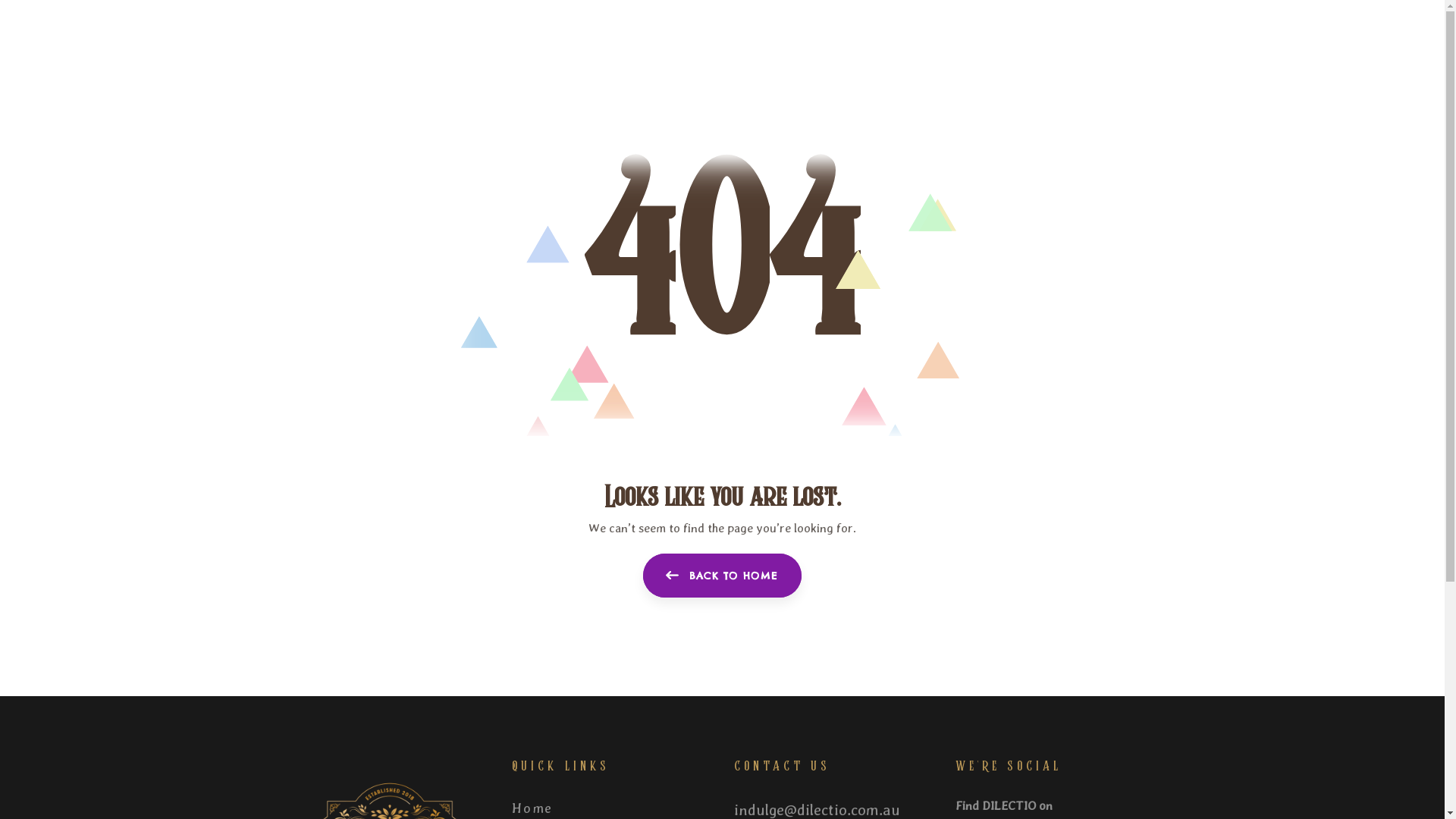 The image size is (1456, 819). I want to click on 'BACK TO HOME', so click(722, 576).